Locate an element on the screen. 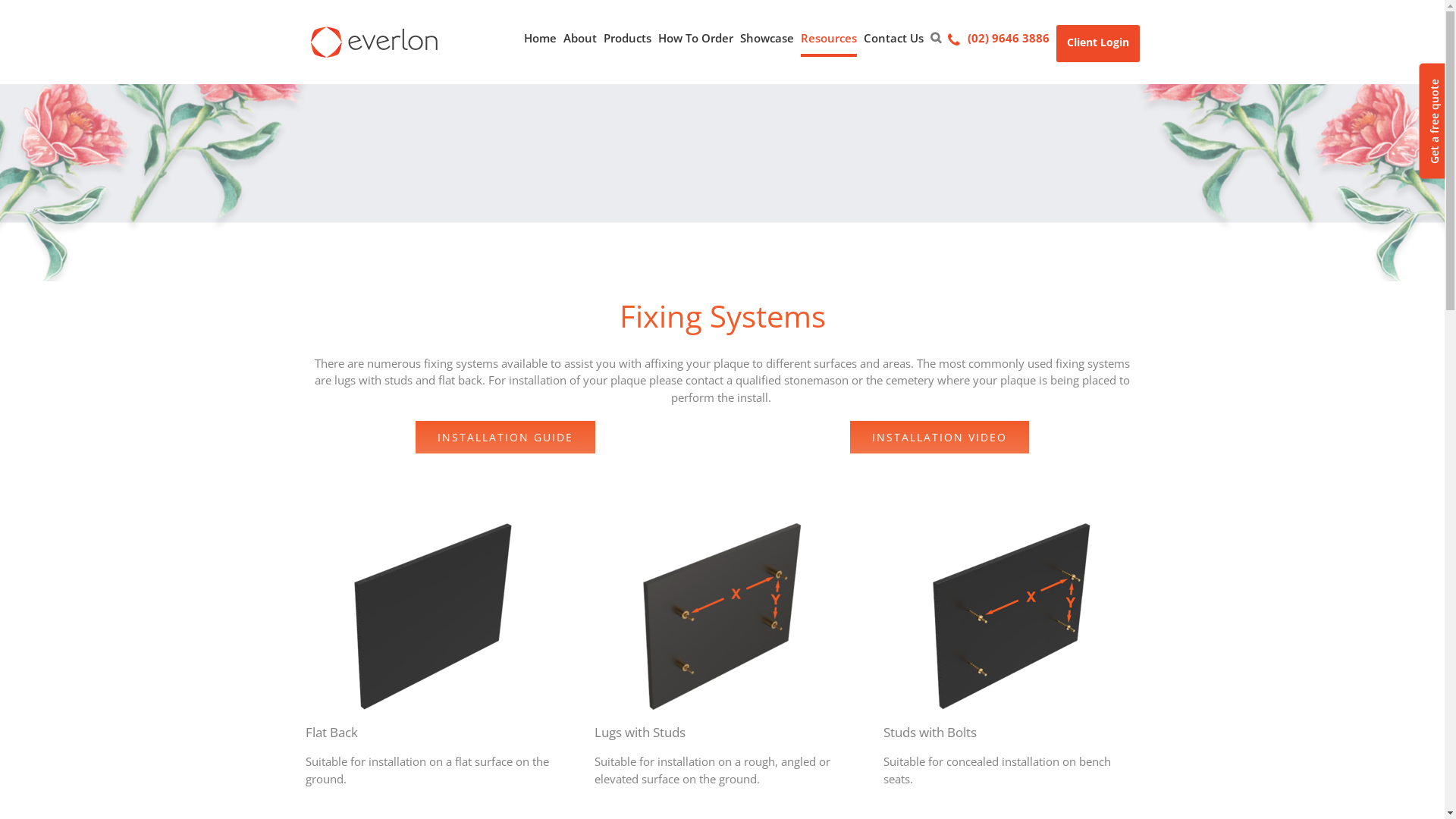  'About' is located at coordinates (578, 38).